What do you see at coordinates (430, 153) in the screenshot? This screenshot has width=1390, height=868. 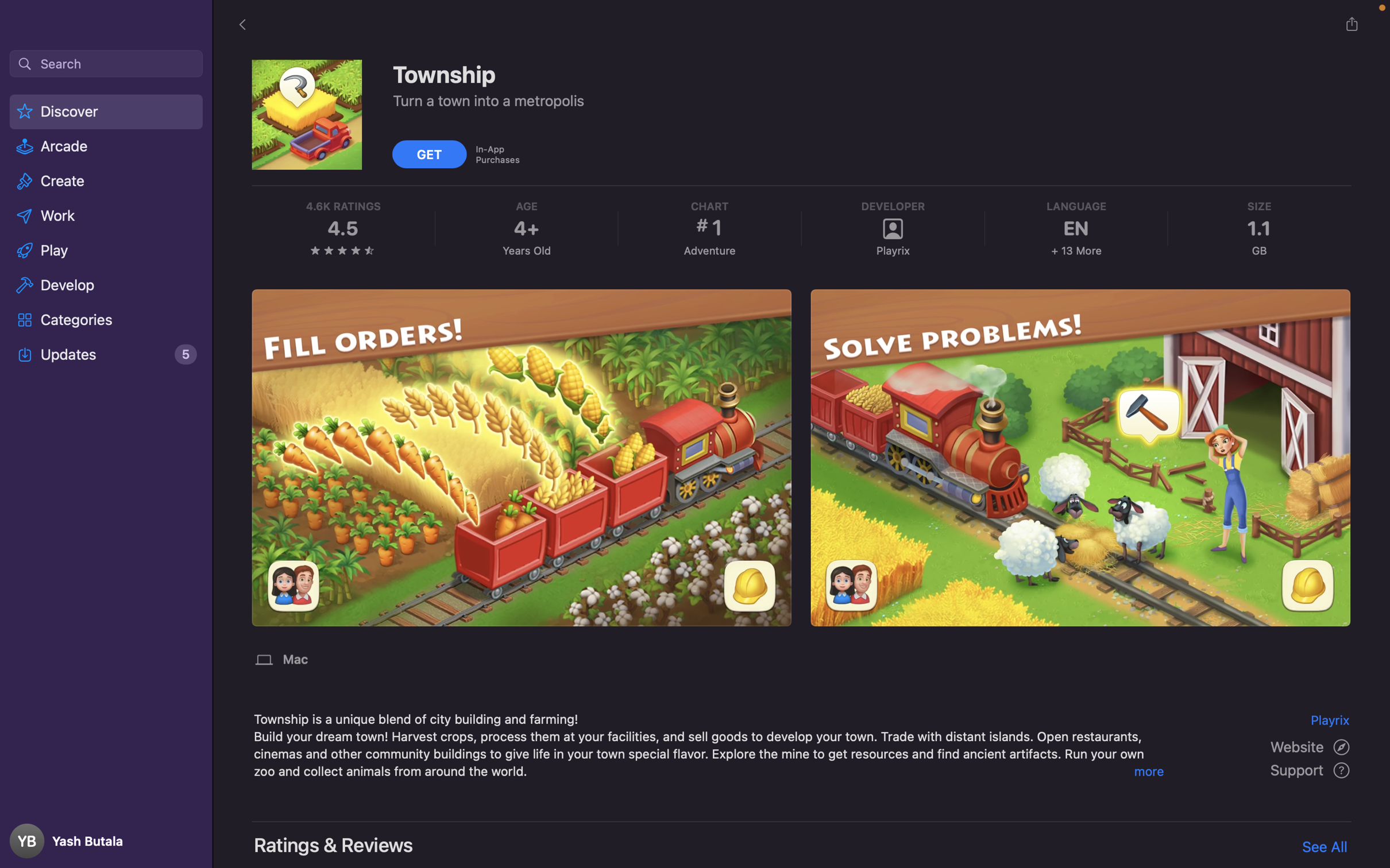 I see `Hit the button marked "get", after that pick "In-App Purchases" to examine the possible in-app purchases` at bounding box center [430, 153].